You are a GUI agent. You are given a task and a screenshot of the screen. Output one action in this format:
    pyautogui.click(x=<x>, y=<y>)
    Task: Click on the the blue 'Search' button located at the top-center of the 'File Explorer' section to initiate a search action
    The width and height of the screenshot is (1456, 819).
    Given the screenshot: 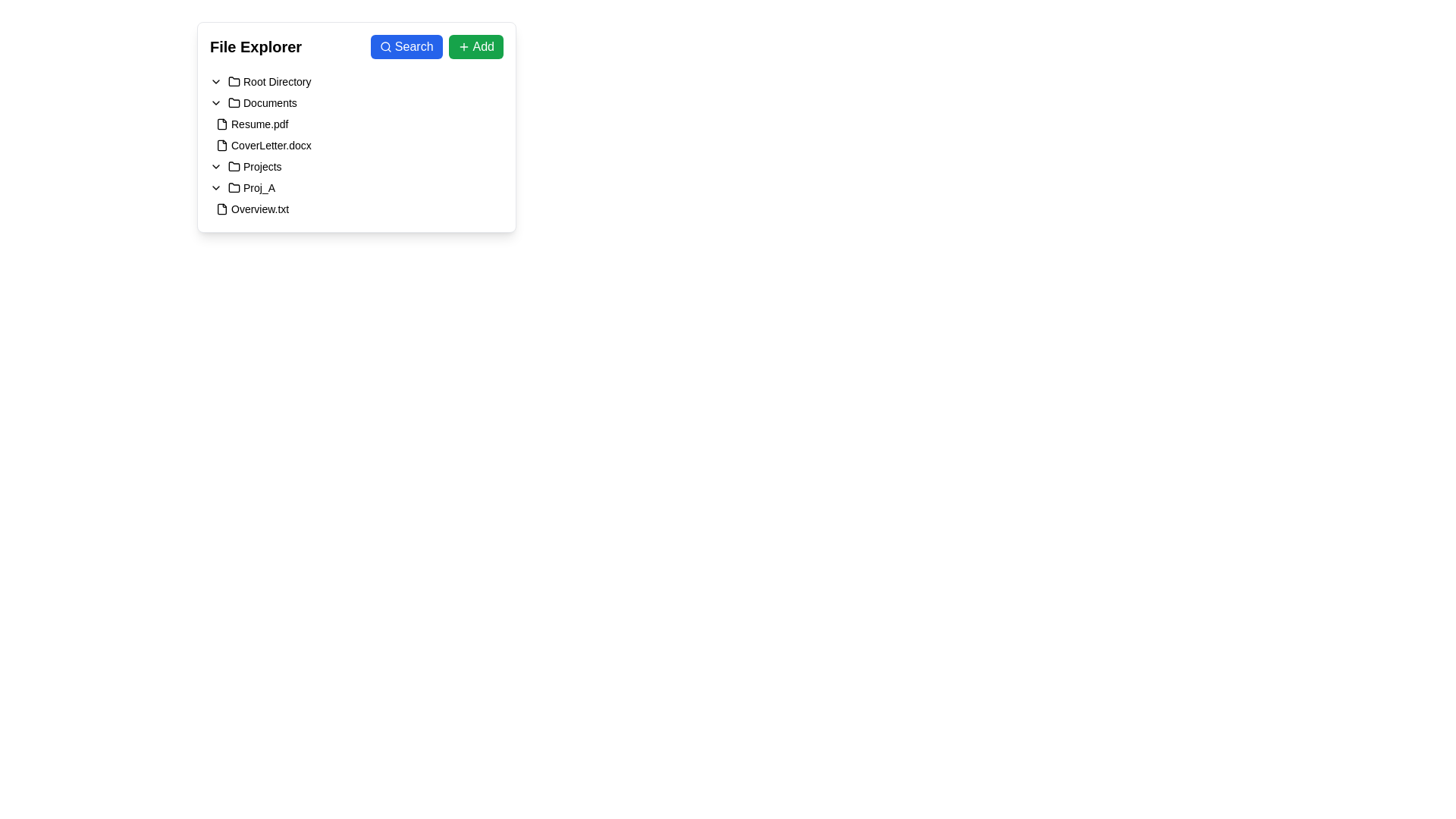 What is the action you would take?
    pyautogui.click(x=436, y=45)
    